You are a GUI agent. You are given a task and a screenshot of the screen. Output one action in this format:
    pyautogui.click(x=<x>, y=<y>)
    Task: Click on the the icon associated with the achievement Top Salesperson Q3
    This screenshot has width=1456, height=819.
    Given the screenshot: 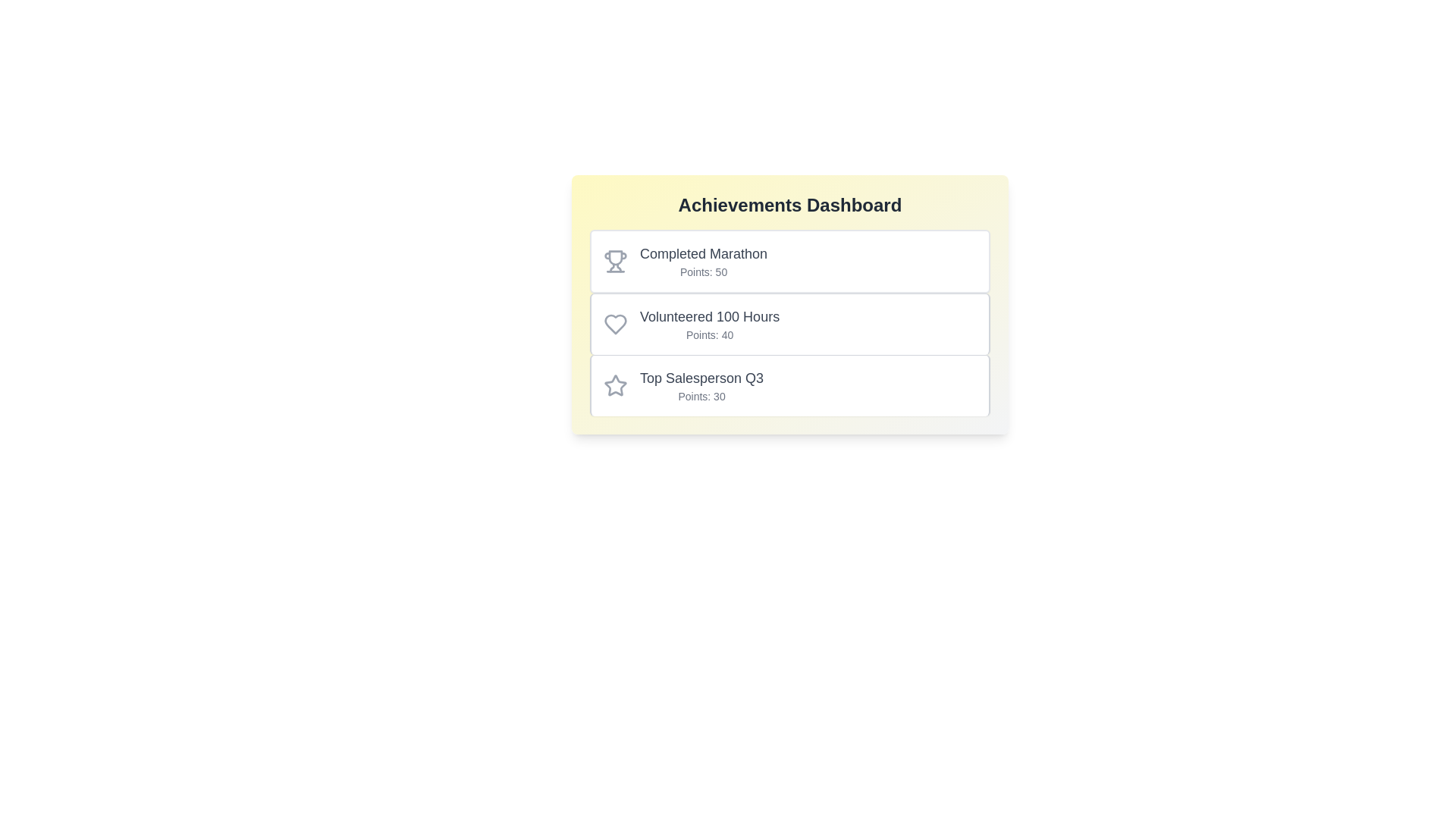 What is the action you would take?
    pyautogui.click(x=615, y=385)
    